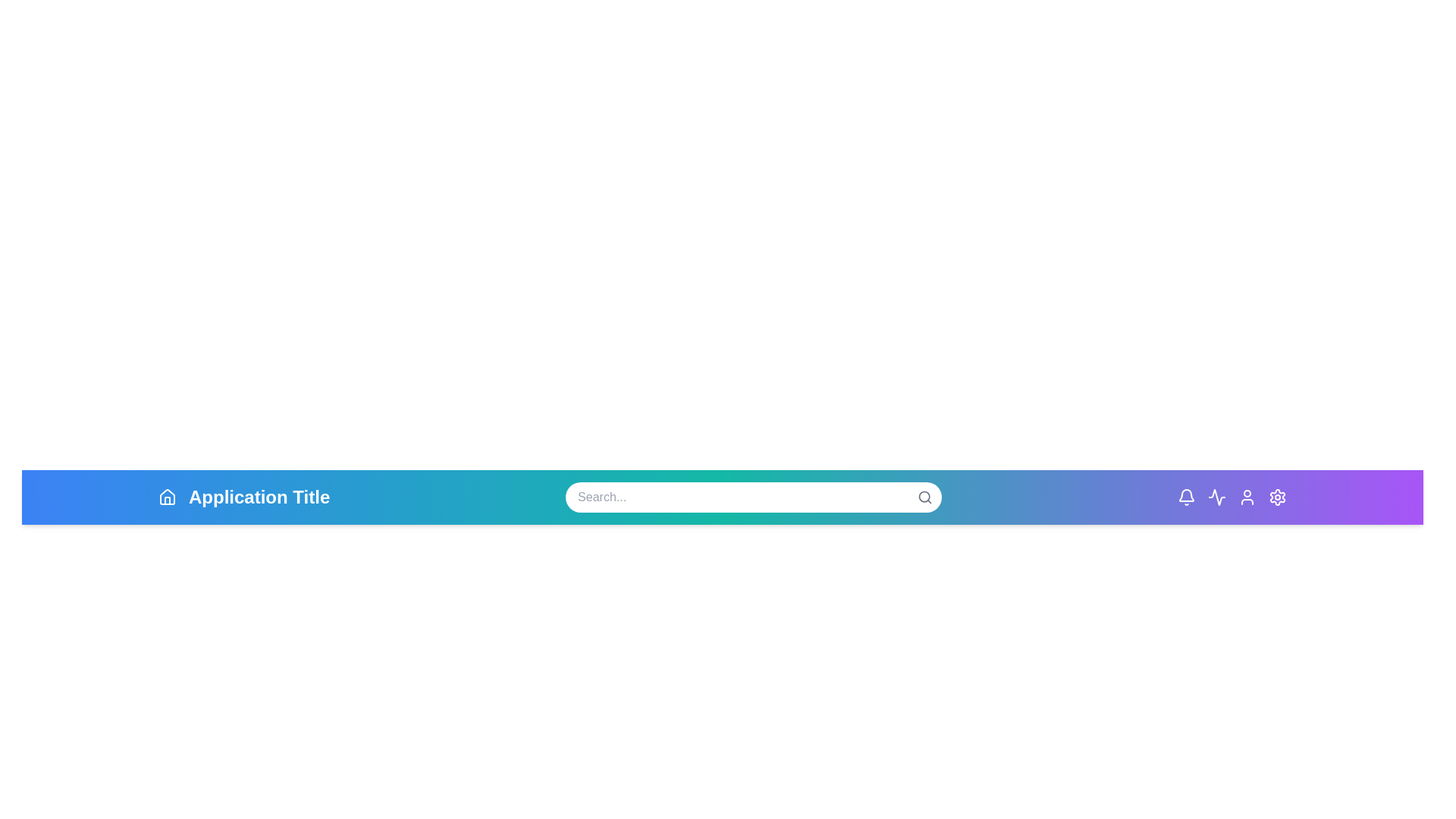 This screenshot has width=1456, height=819. I want to click on the bell icon to view notifications, so click(1185, 497).